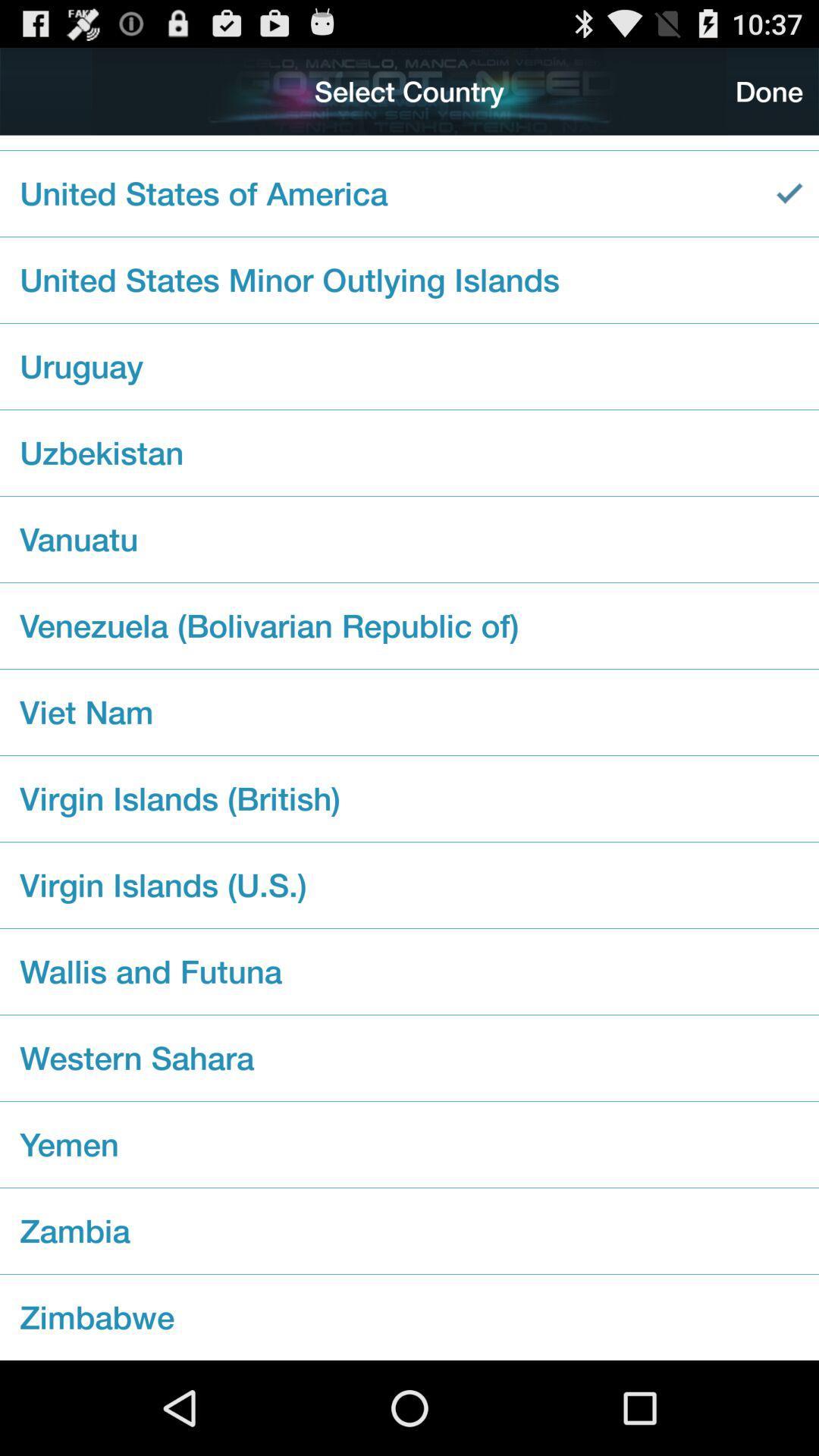  Describe the element at coordinates (409, 1144) in the screenshot. I see `the checkbox below western sahara icon` at that location.